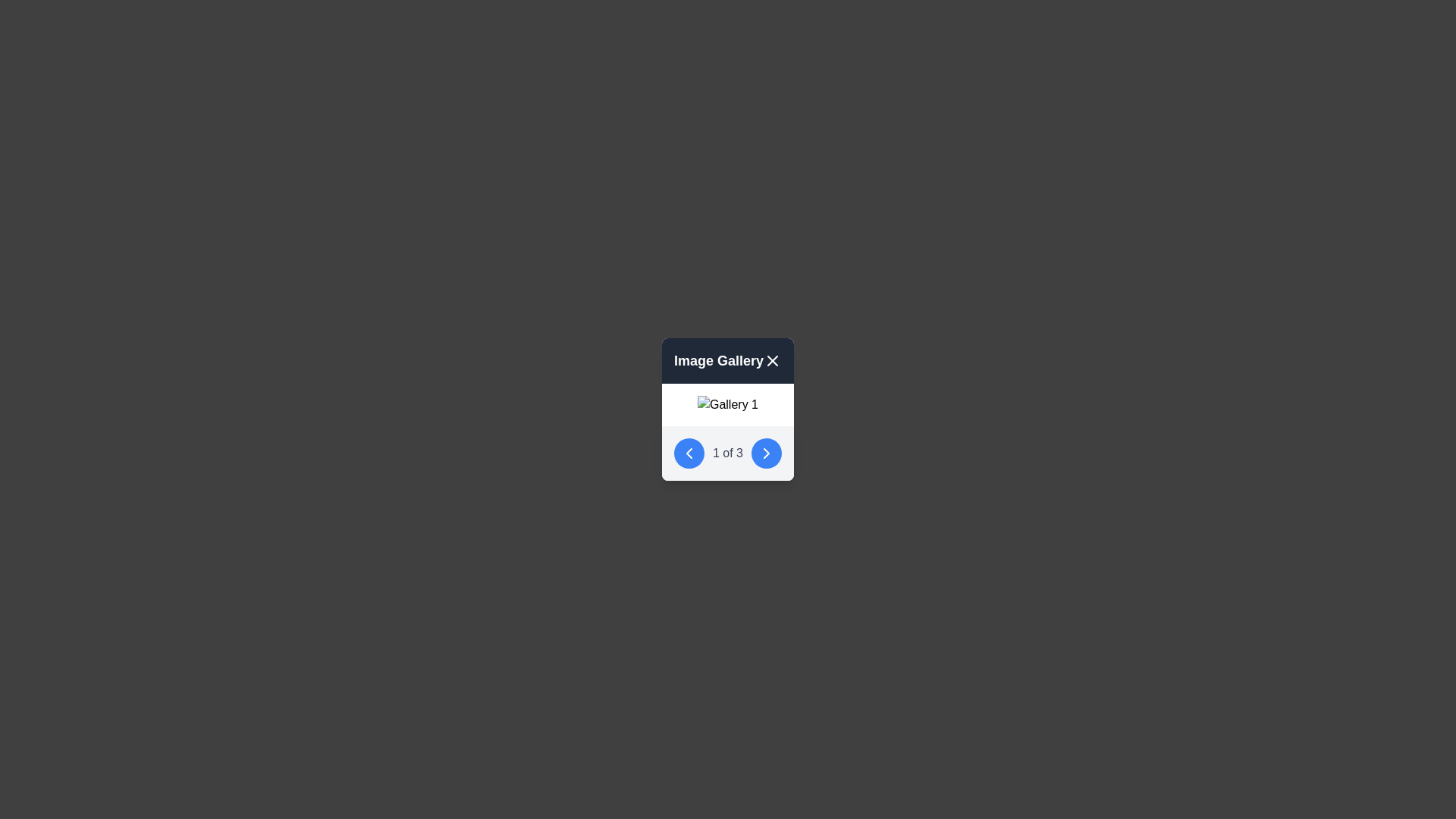  Describe the element at coordinates (772, 360) in the screenshot. I see `the close button located in the top-right corner of the 'Image Gallery' header` at that location.